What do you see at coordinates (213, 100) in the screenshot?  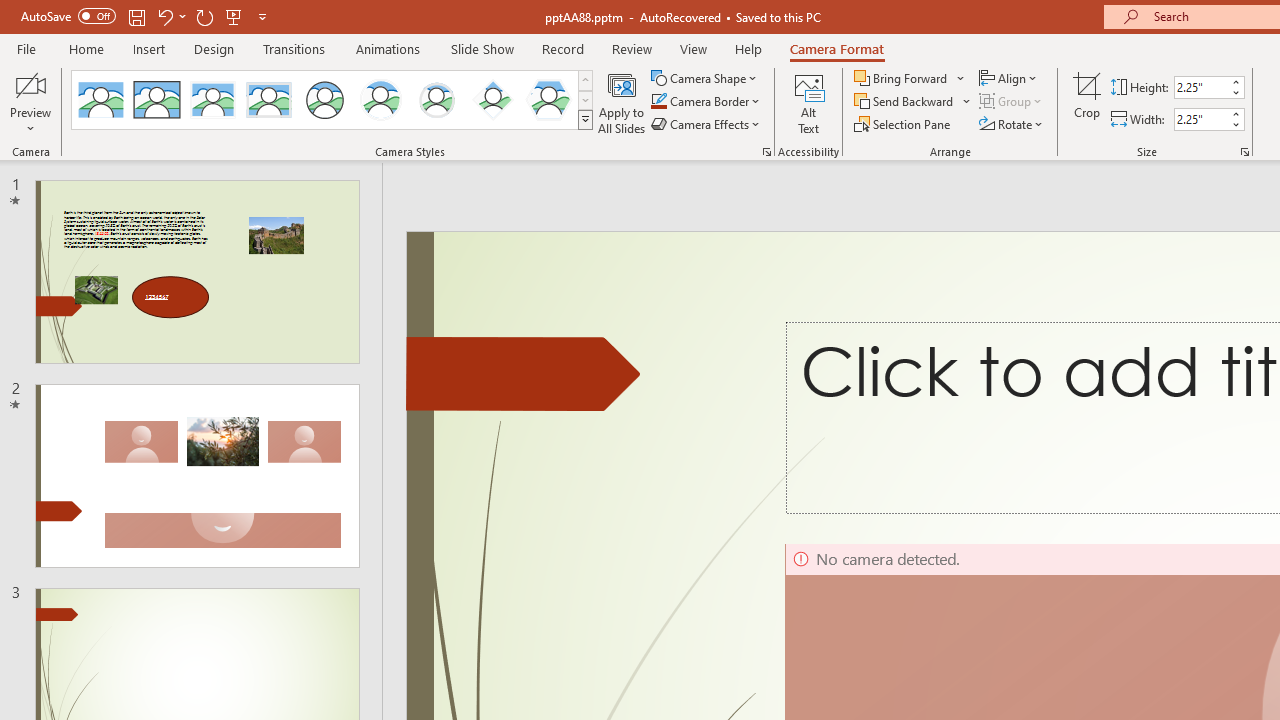 I see `'Center Shadow Rectangle'` at bounding box center [213, 100].